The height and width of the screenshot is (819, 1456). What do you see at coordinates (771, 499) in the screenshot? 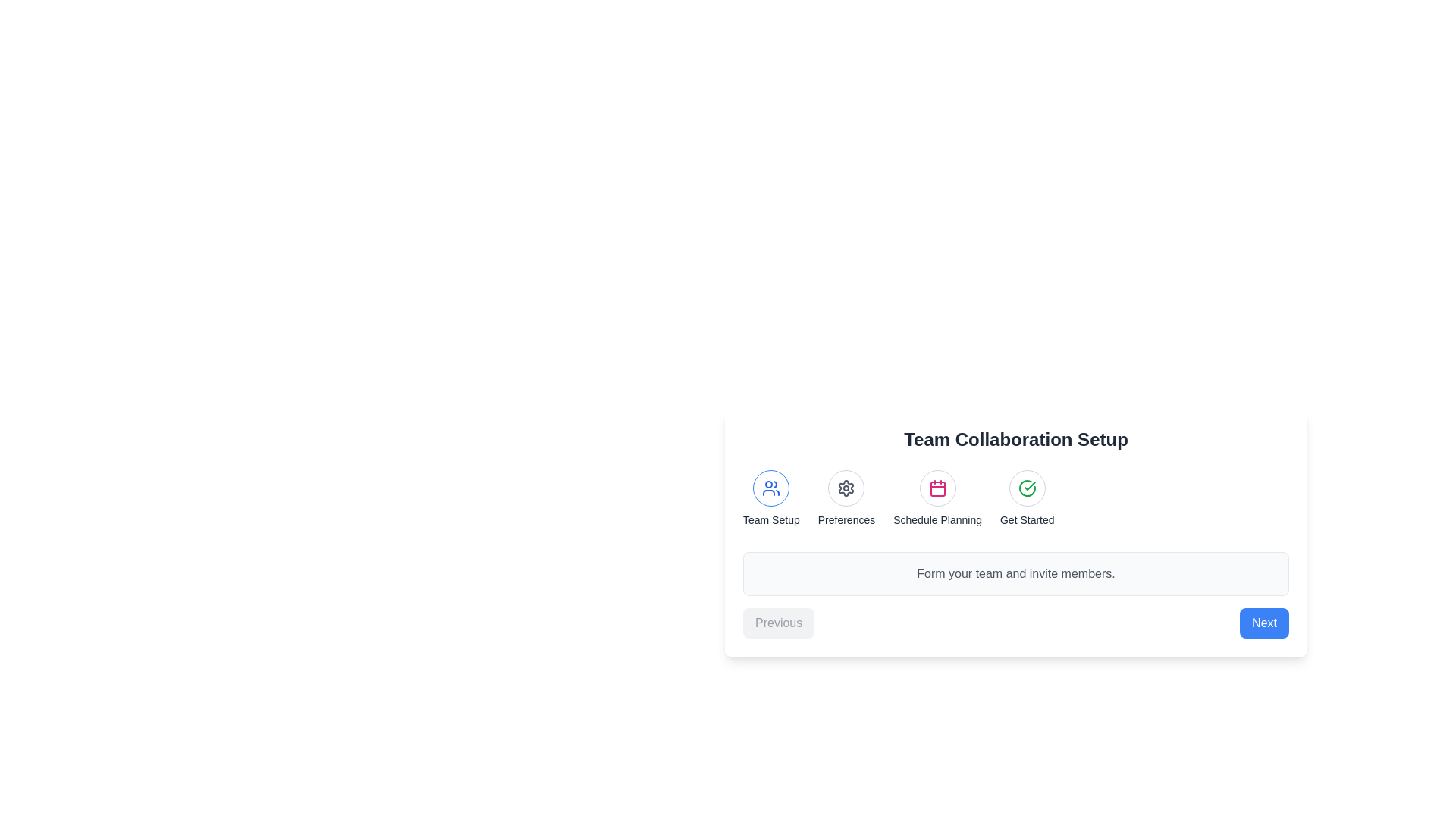
I see `the 'Team Setup' icon, which is the leftmost element in the horizontally aligned set of options, before 'Preferences'` at bounding box center [771, 499].